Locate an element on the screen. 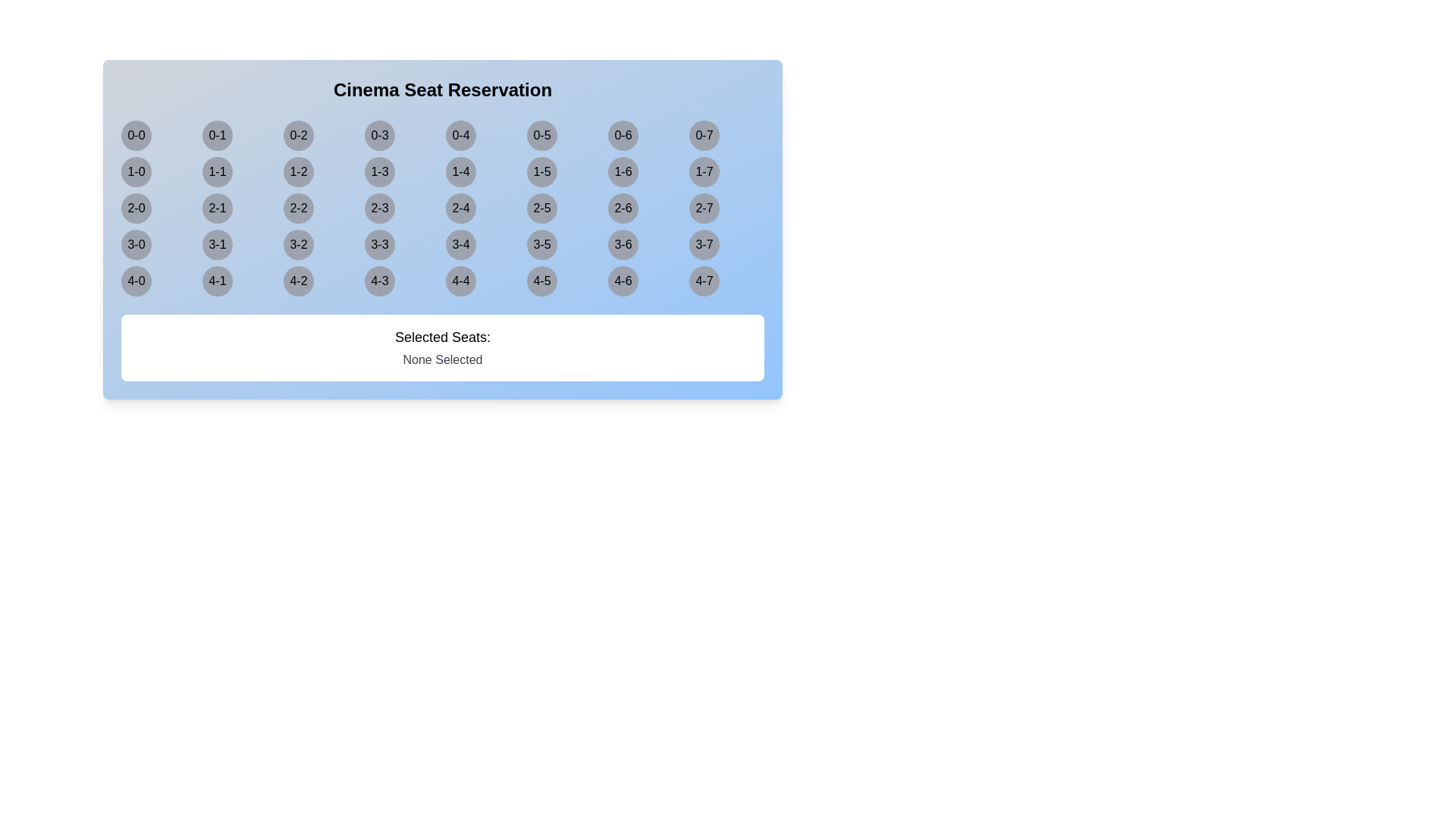 The height and width of the screenshot is (819, 1456). the interactive button representing a selectable seat in the cinema reservation system is located at coordinates (136, 134).